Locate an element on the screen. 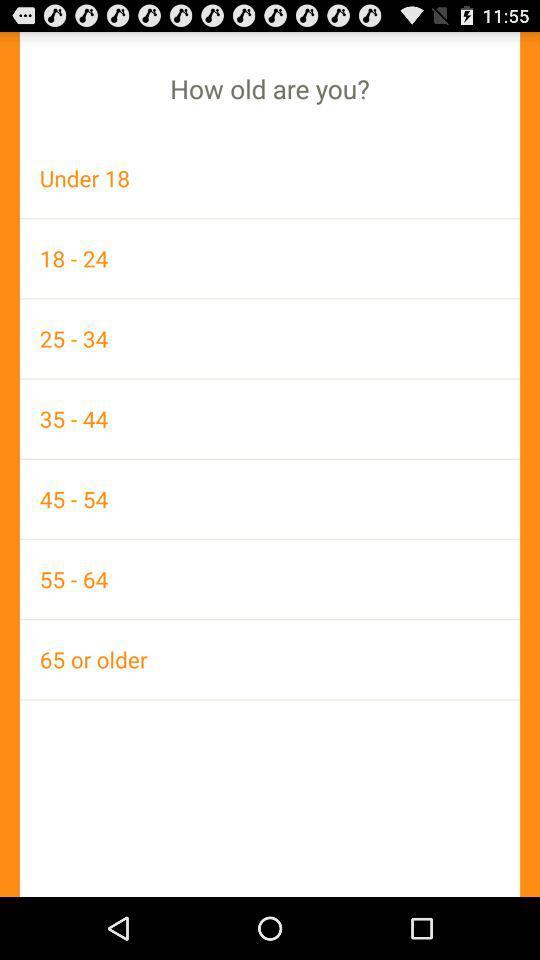 The width and height of the screenshot is (540, 960). item above the 45 - 54 item is located at coordinates (270, 417).